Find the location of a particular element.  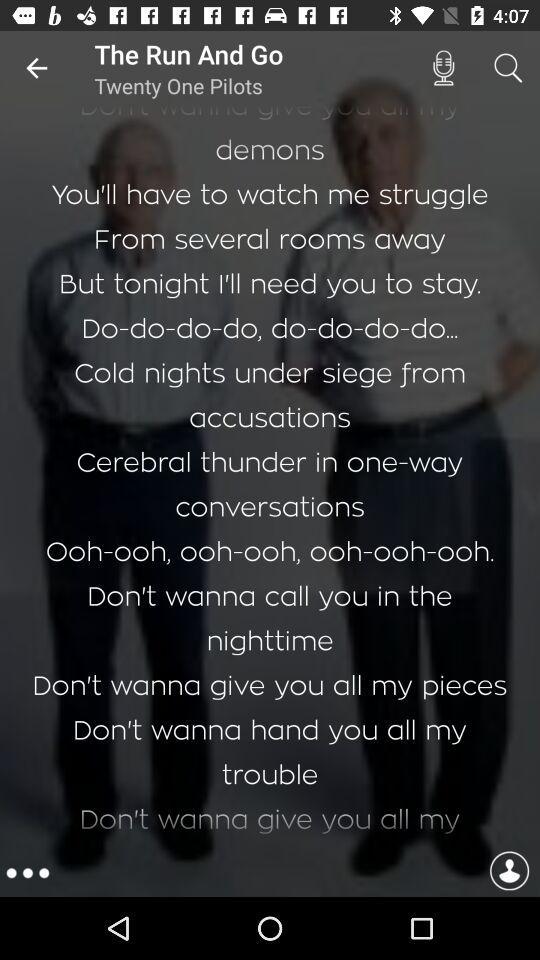

go longoun is located at coordinates (509, 872).